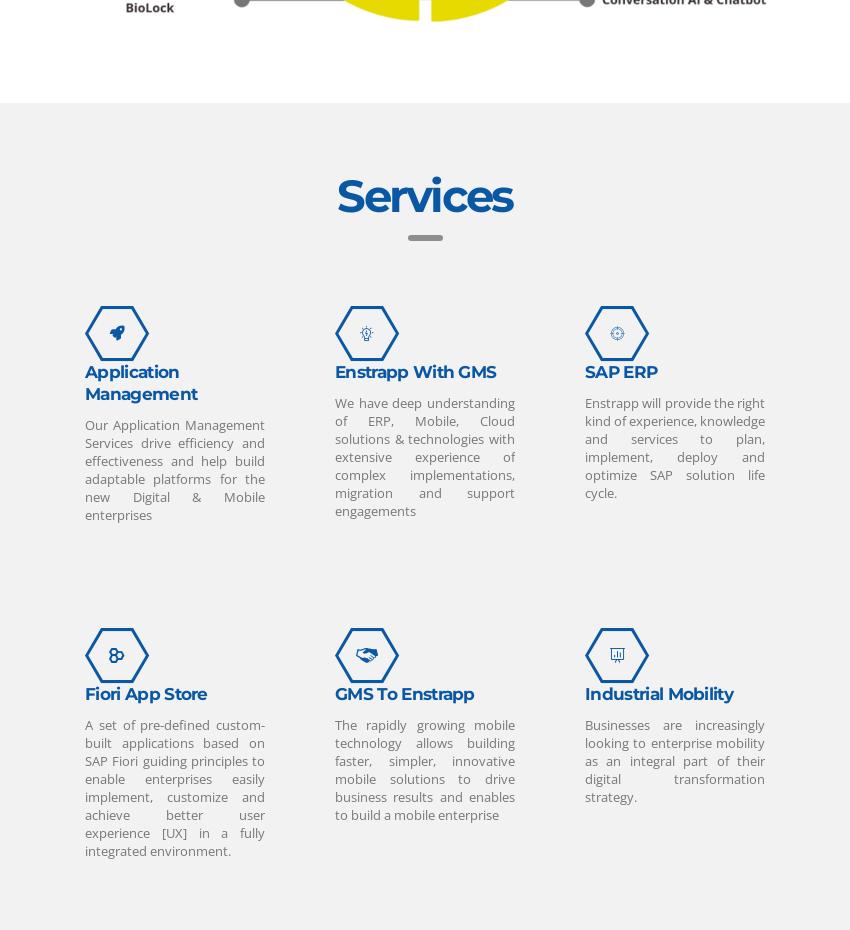 The image size is (850, 930). Describe the element at coordinates (620, 369) in the screenshot. I see `'SAP ERP'` at that location.